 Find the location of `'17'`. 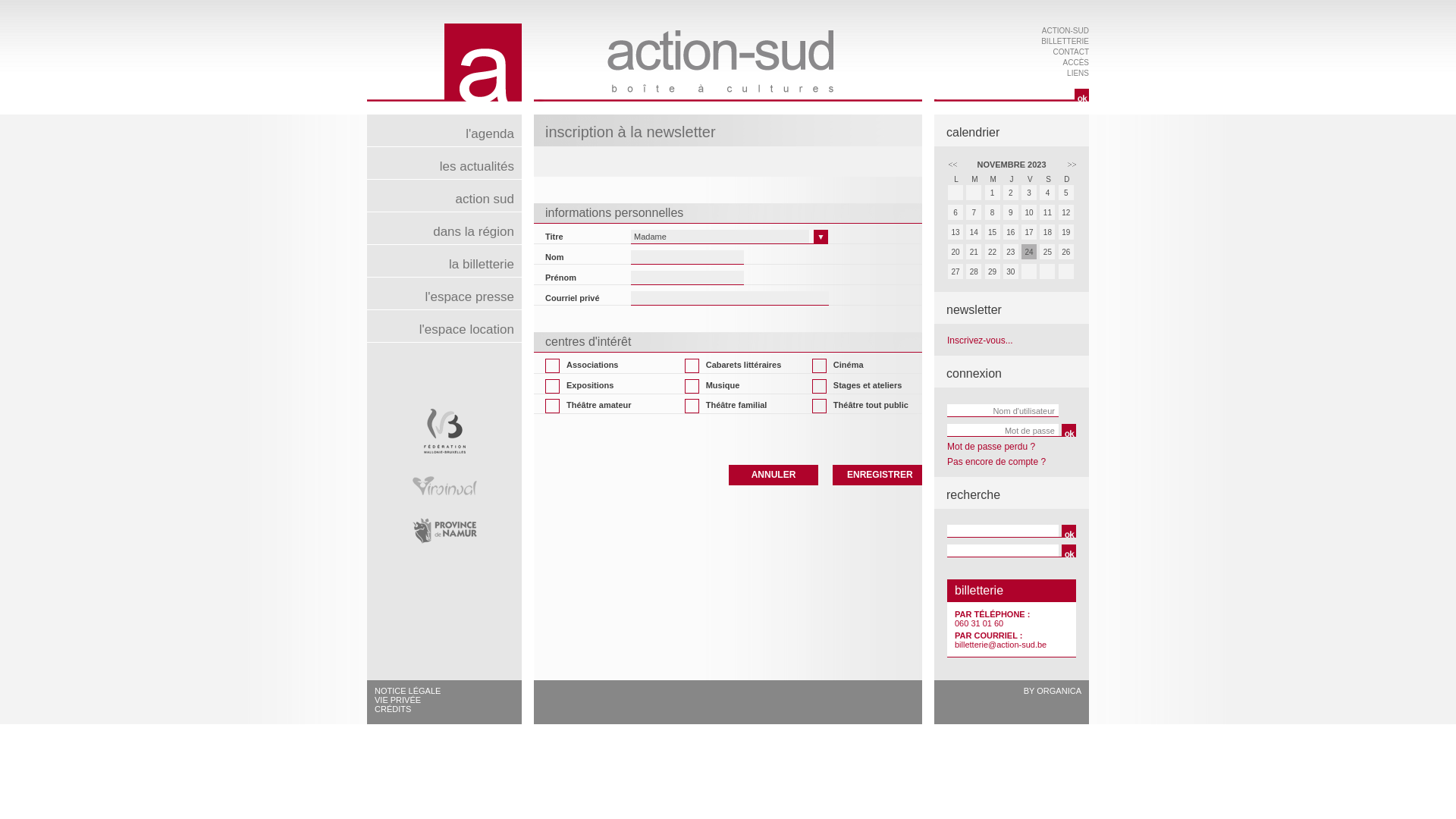

'17' is located at coordinates (1030, 234).